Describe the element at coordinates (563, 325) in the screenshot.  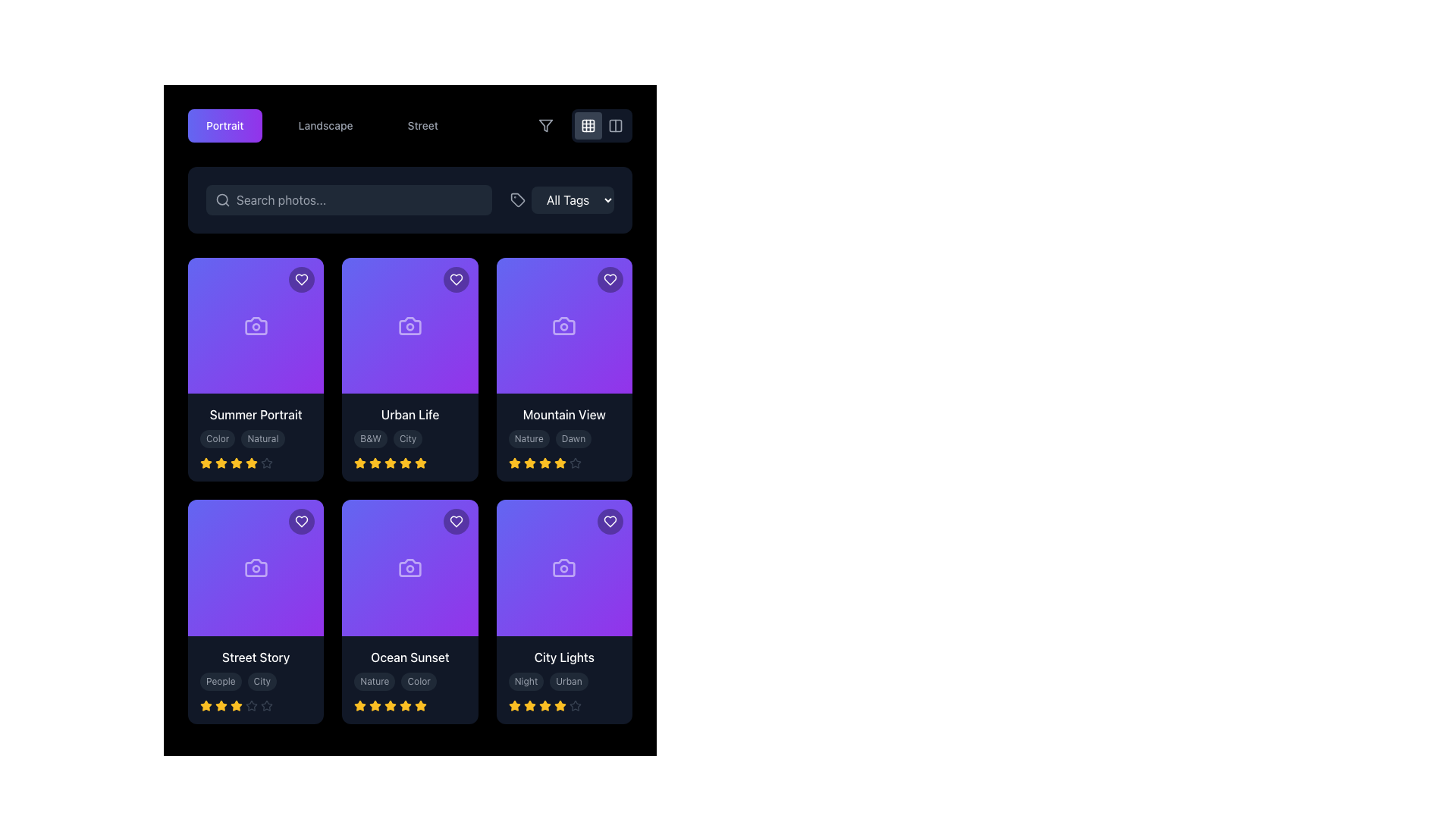
I see `the graphic placeholder with a gradient background from indigo to purple, featuring a camera icon, located in the top row of the grid layout, third item from the left titled 'Mountain View'` at that location.